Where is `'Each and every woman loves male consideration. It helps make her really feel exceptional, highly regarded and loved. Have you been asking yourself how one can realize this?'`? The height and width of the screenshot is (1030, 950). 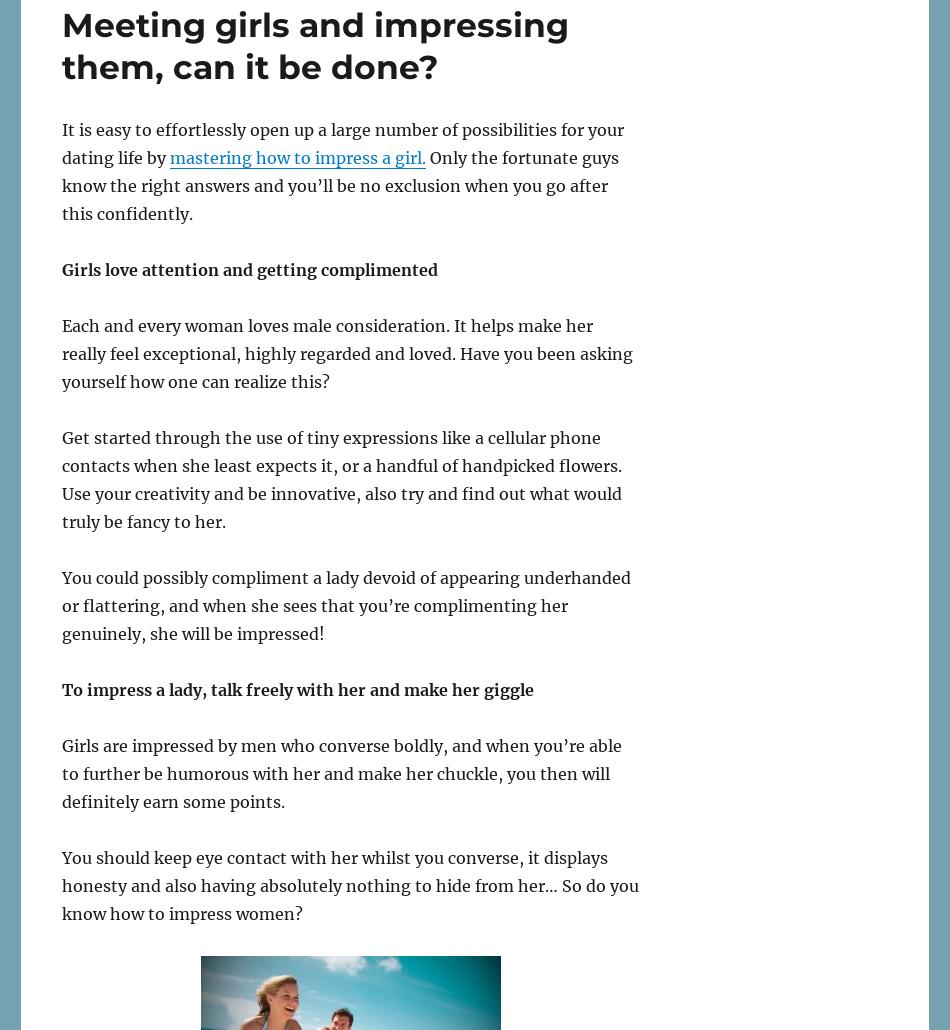
'Each and every woman loves male consideration. It helps make her really feel exceptional, highly regarded and loved. Have you been asking yourself how one can realize this?' is located at coordinates (62, 352).